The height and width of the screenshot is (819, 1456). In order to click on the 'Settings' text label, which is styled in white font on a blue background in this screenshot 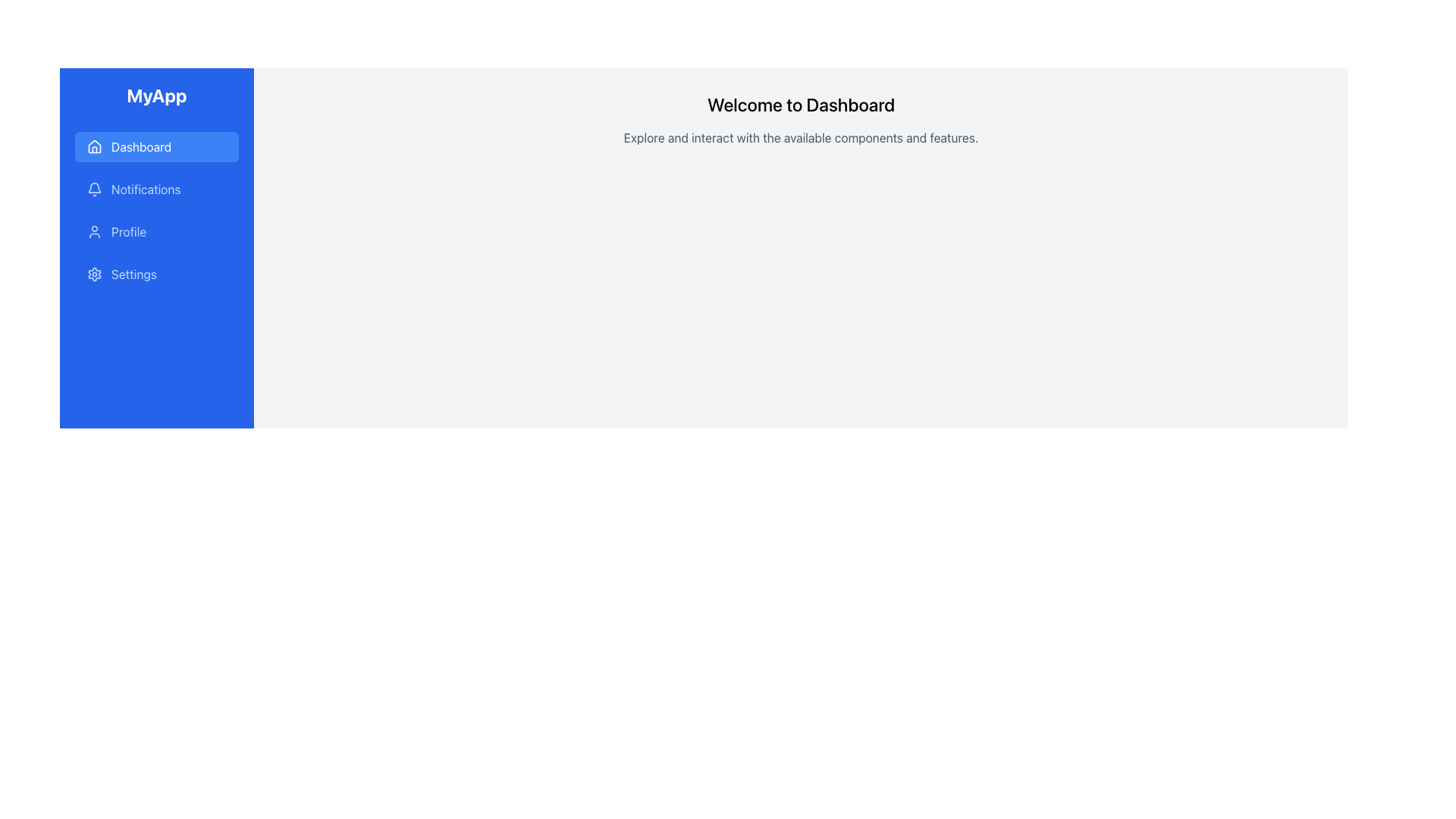, I will do `click(134, 275)`.